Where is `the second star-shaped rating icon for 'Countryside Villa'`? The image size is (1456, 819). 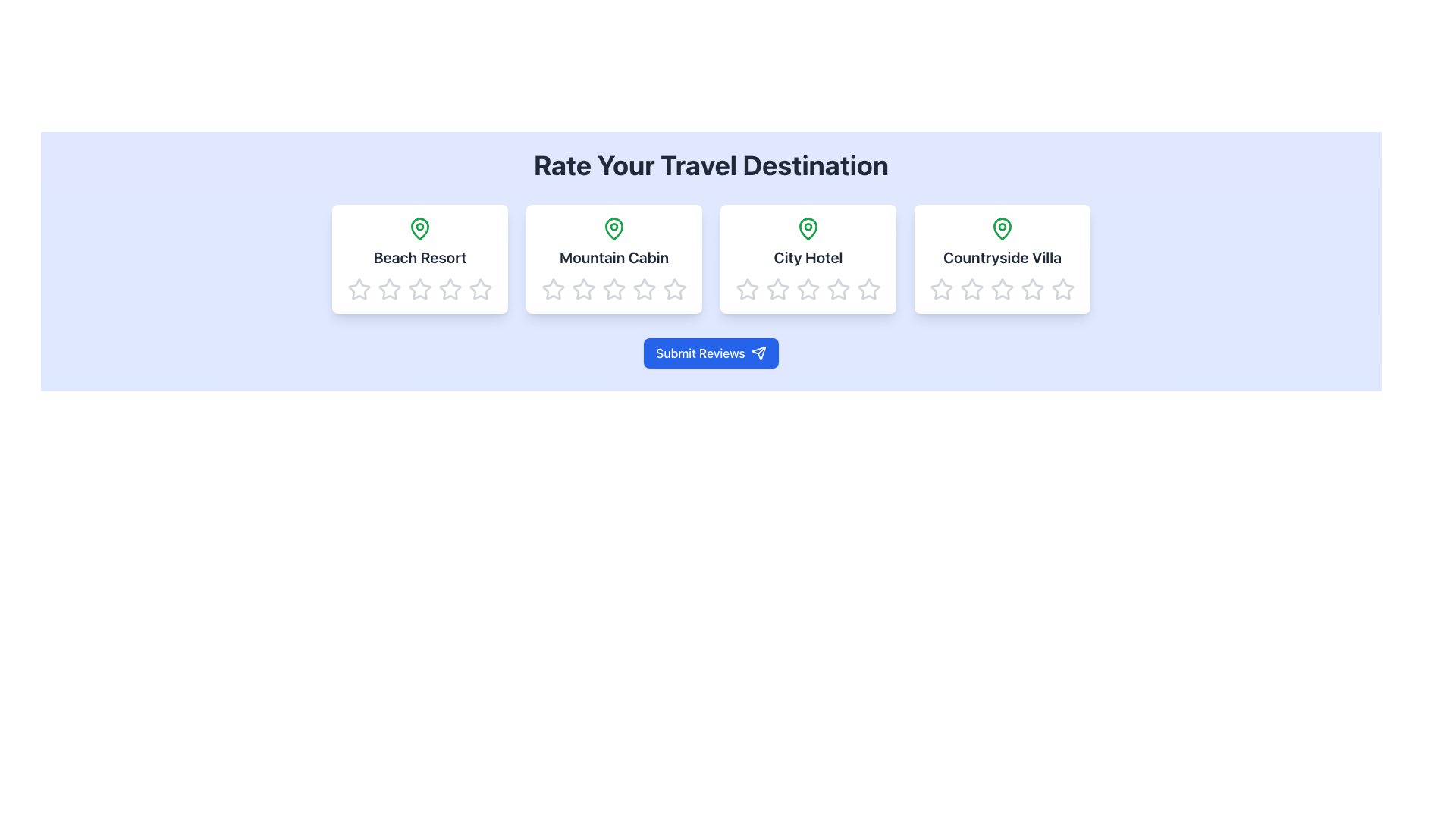 the second star-shaped rating icon for 'Countryside Villa' is located at coordinates (971, 289).